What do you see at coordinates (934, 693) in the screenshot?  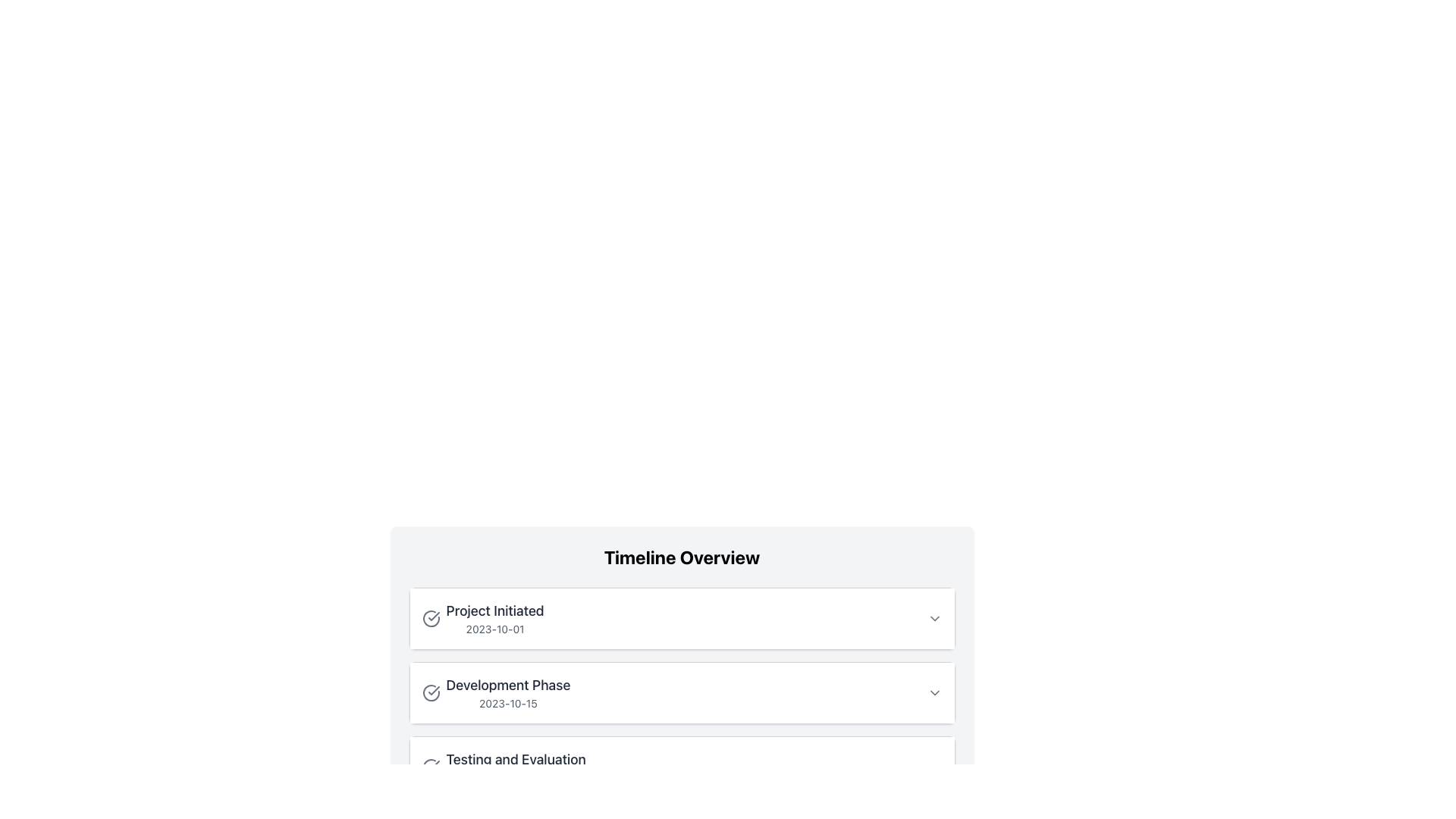 I see `the chevron icon at the far-right end of the 'Development Phase' row in the 'Timeline Overview' section` at bounding box center [934, 693].